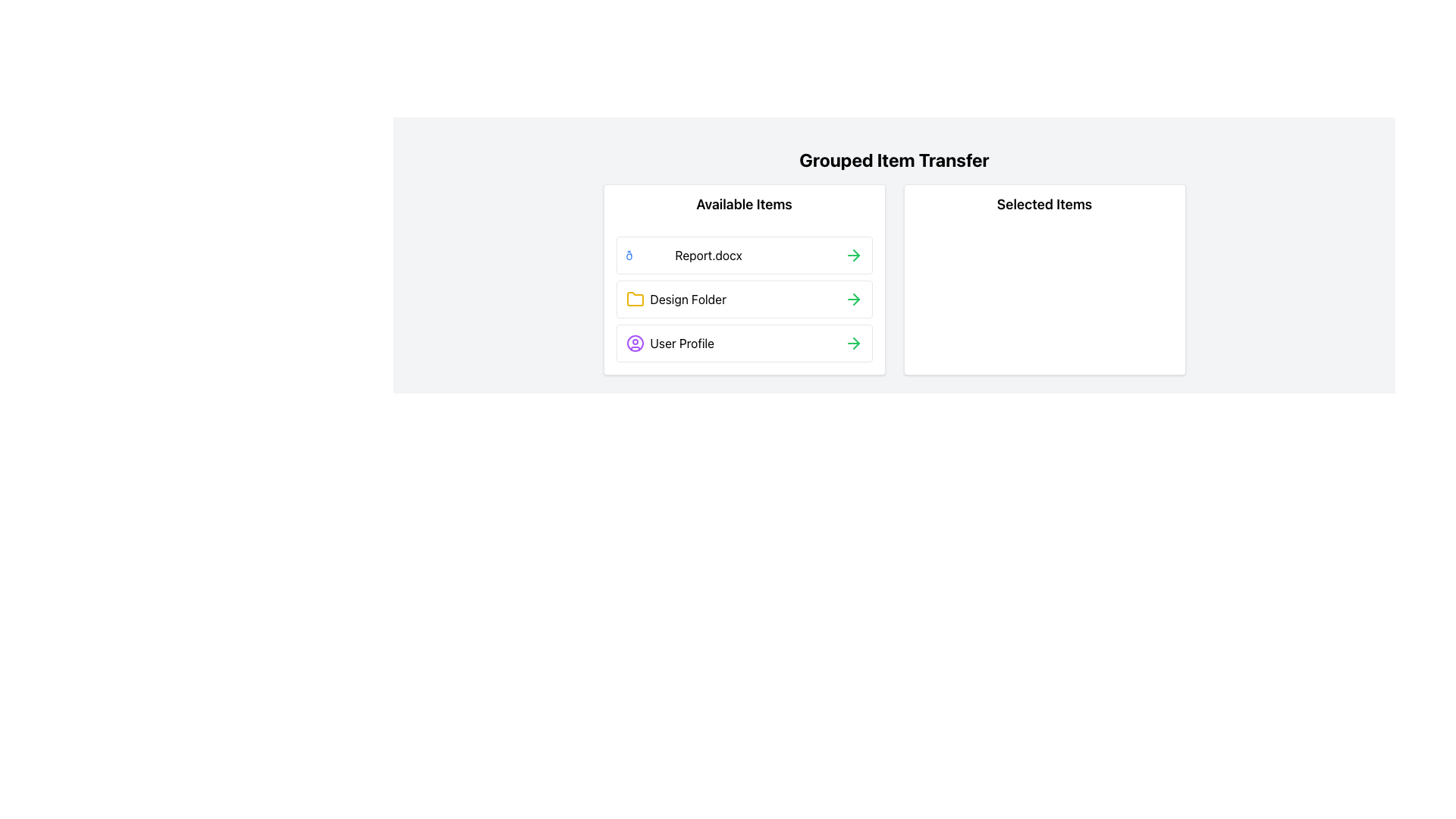 The height and width of the screenshot is (819, 1456). What do you see at coordinates (635, 299) in the screenshot?
I see `the yellow folder icon adjacent to the text 'Design Folder' located in the left panel under 'Available Items'` at bounding box center [635, 299].